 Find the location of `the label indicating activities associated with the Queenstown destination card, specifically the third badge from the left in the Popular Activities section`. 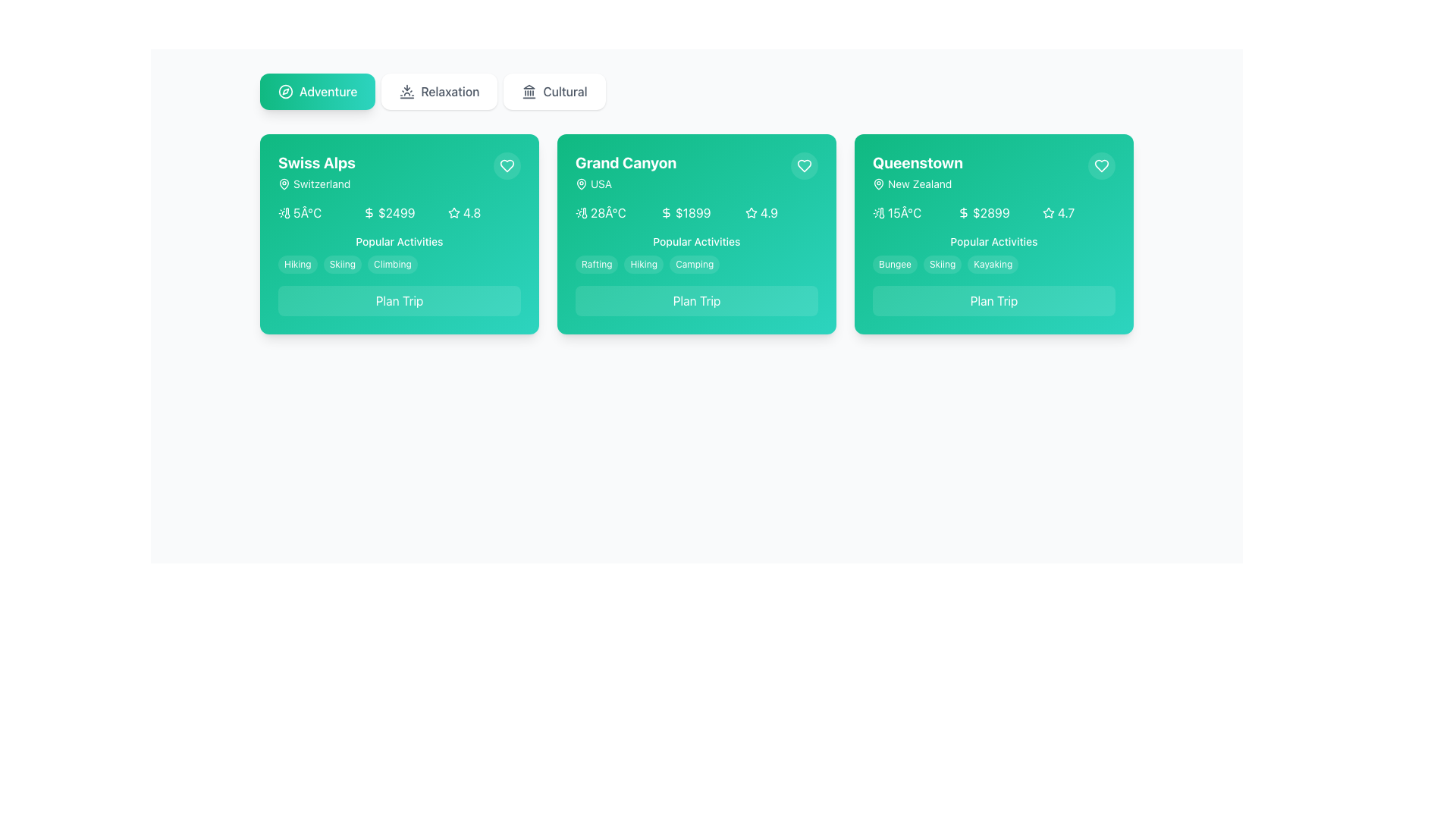

the label indicating activities associated with the Queenstown destination card, specifically the third badge from the left in the Popular Activities section is located at coordinates (993, 263).